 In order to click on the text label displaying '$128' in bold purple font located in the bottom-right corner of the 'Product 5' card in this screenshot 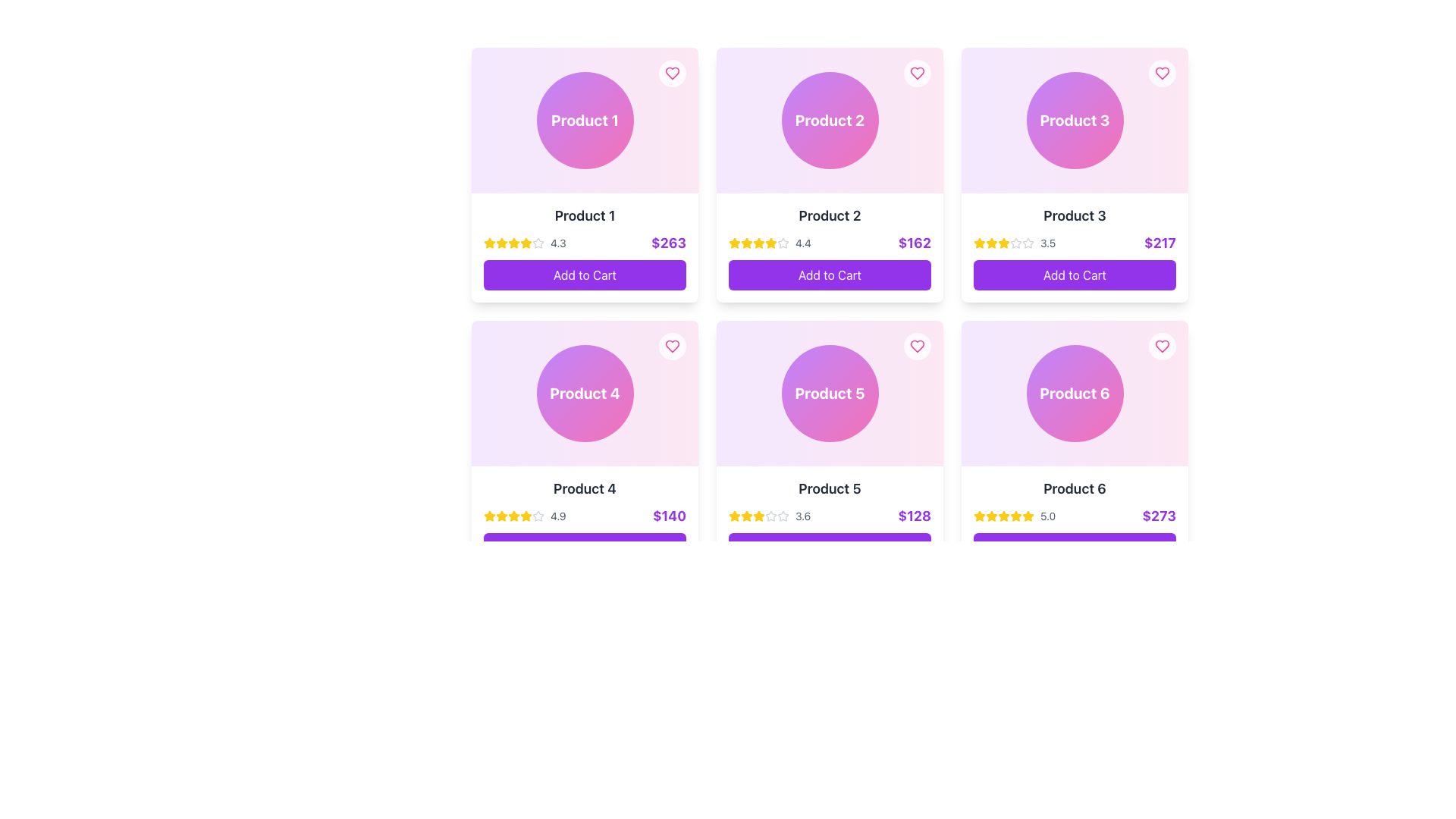, I will do `click(914, 516)`.